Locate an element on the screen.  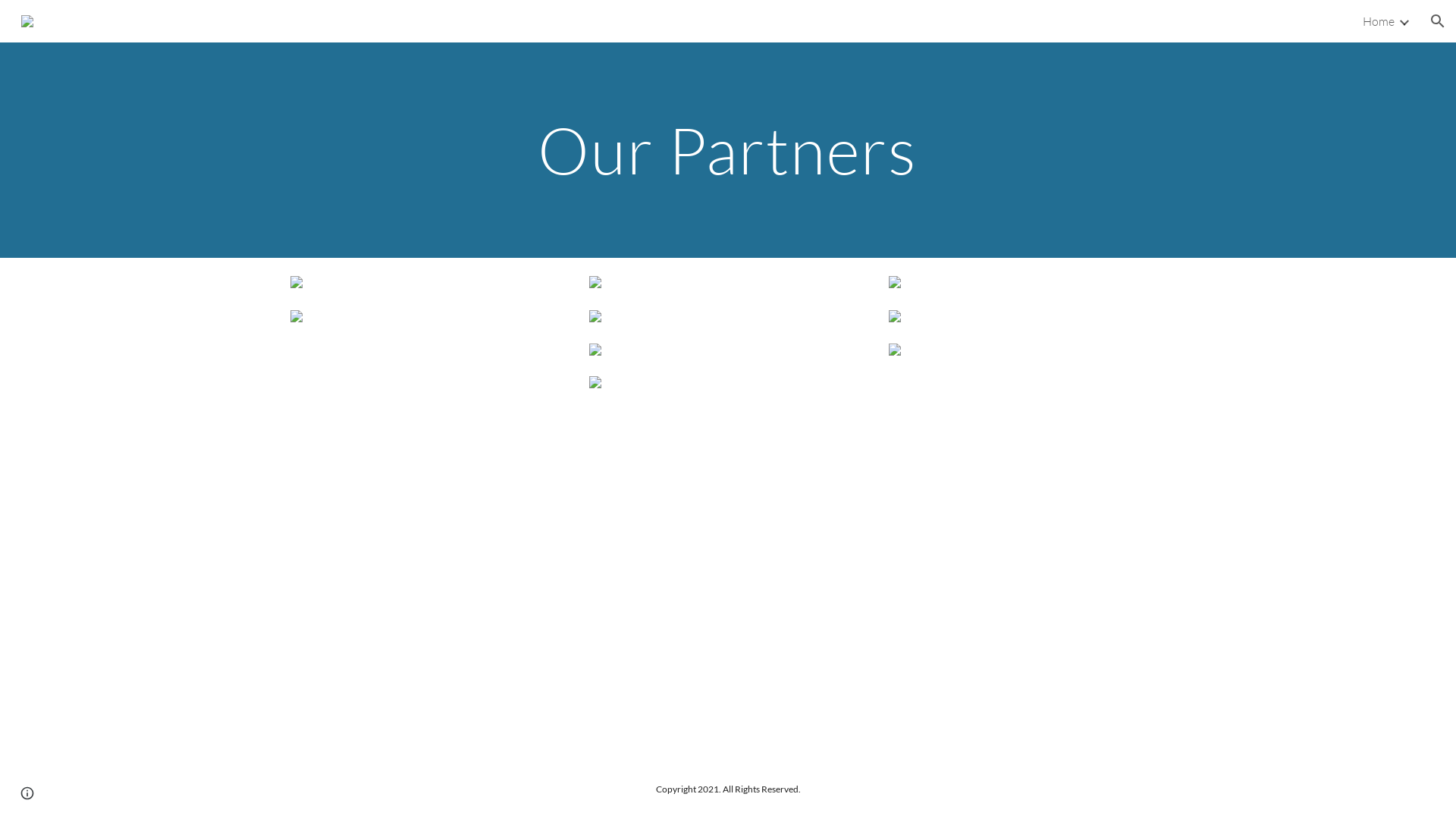
'Expand/Collapse' is located at coordinates (1403, 20).